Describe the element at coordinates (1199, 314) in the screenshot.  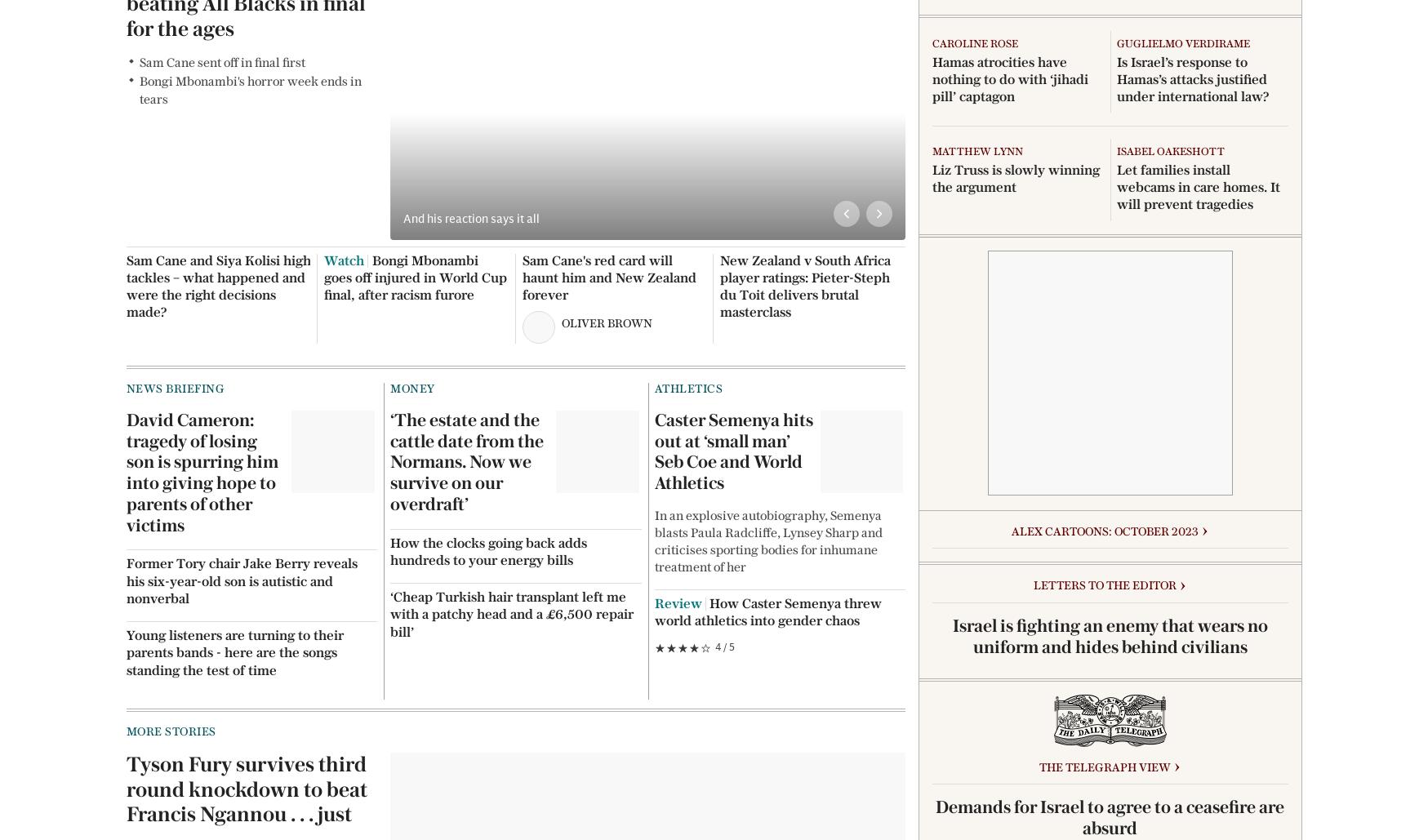
I see `'‘We’ve moved near my in-laws and I feel as if I’m in a soap opera’'` at that location.